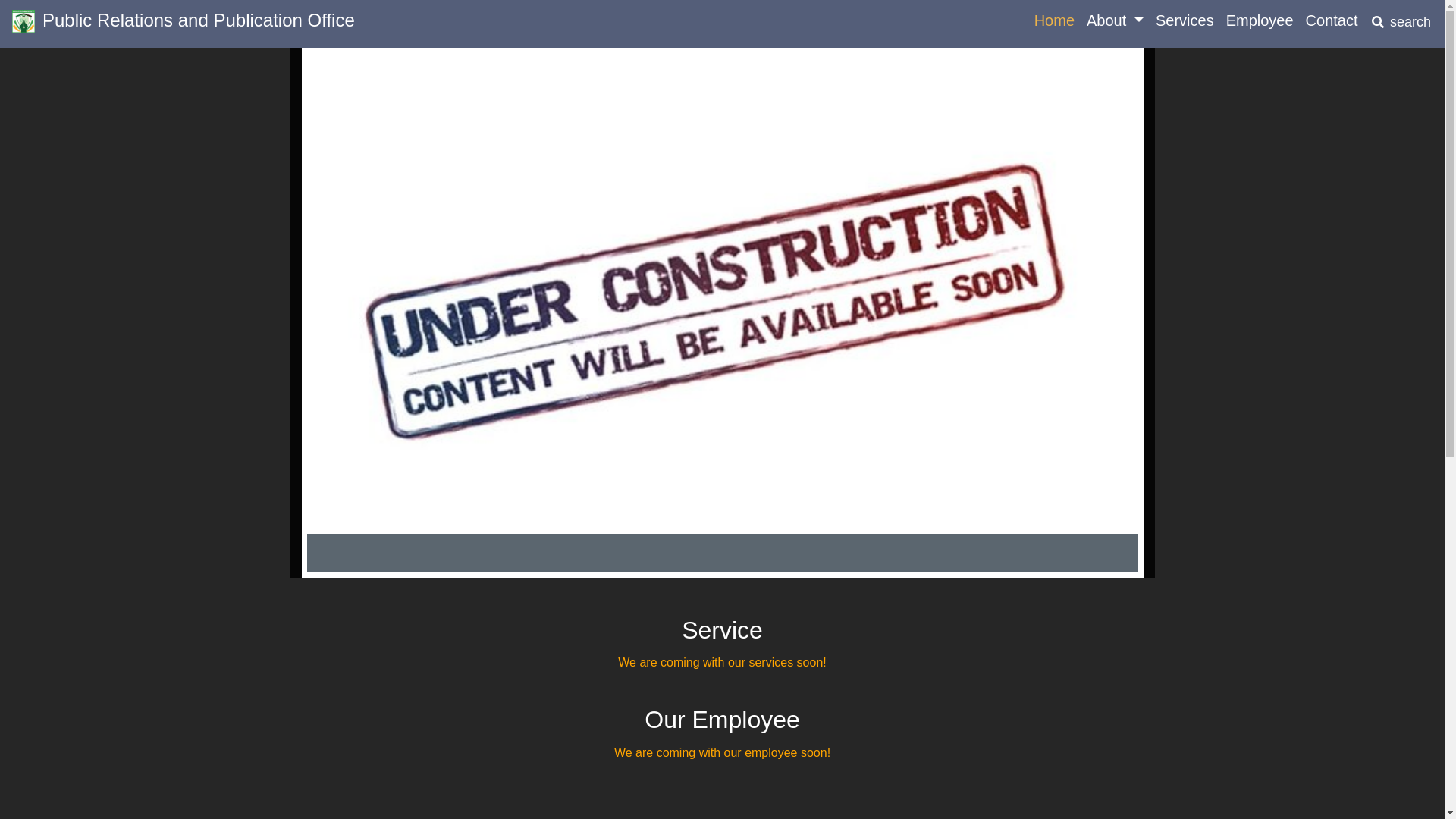  What do you see at coordinates (1401, 23) in the screenshot?
I see `'search'` at bounding box center [1401, 23].